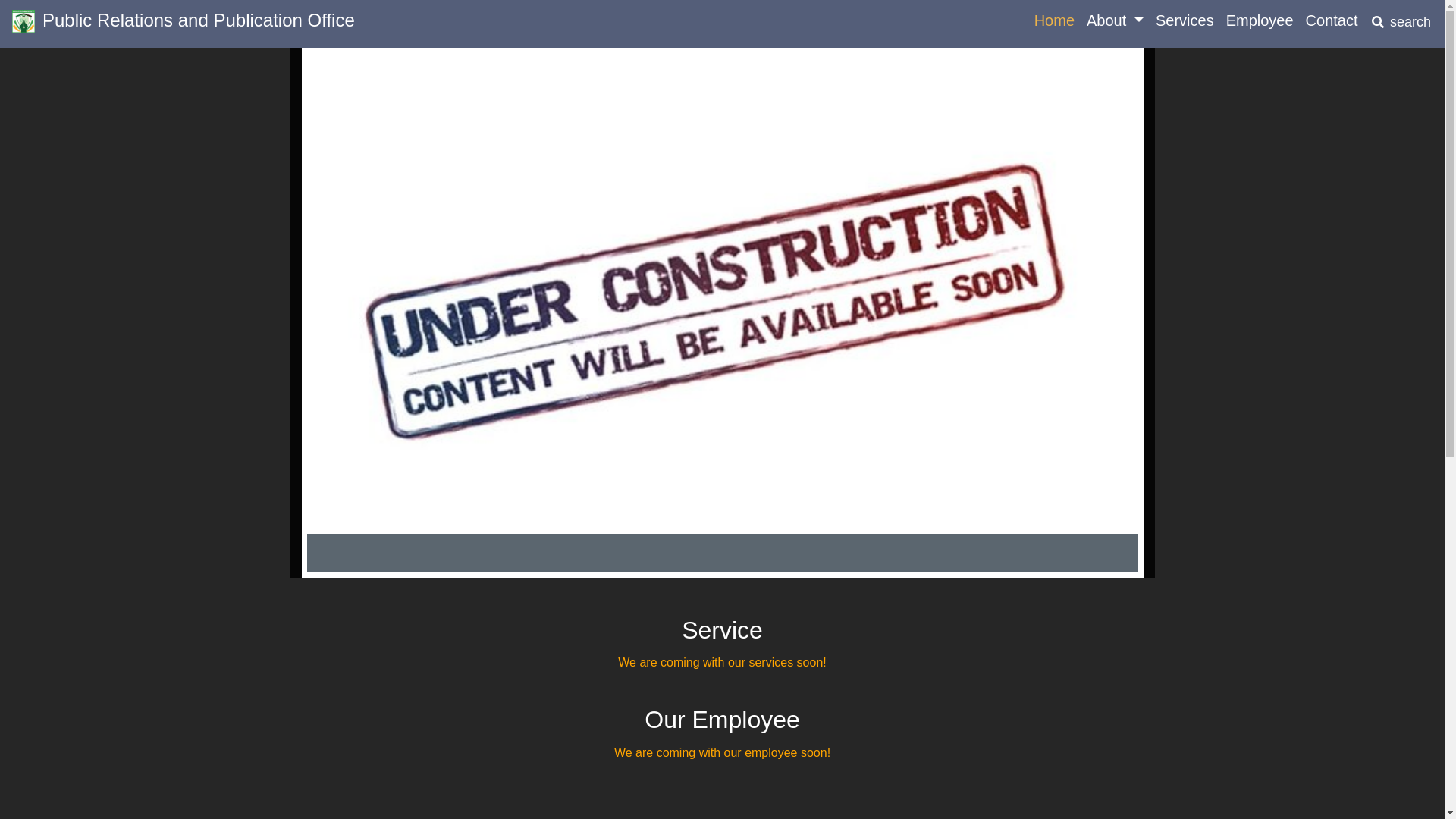  What do you see at coordinates (1401, 23) in the screenshot?
I see `'search'` at bounding box center [1401, 23].